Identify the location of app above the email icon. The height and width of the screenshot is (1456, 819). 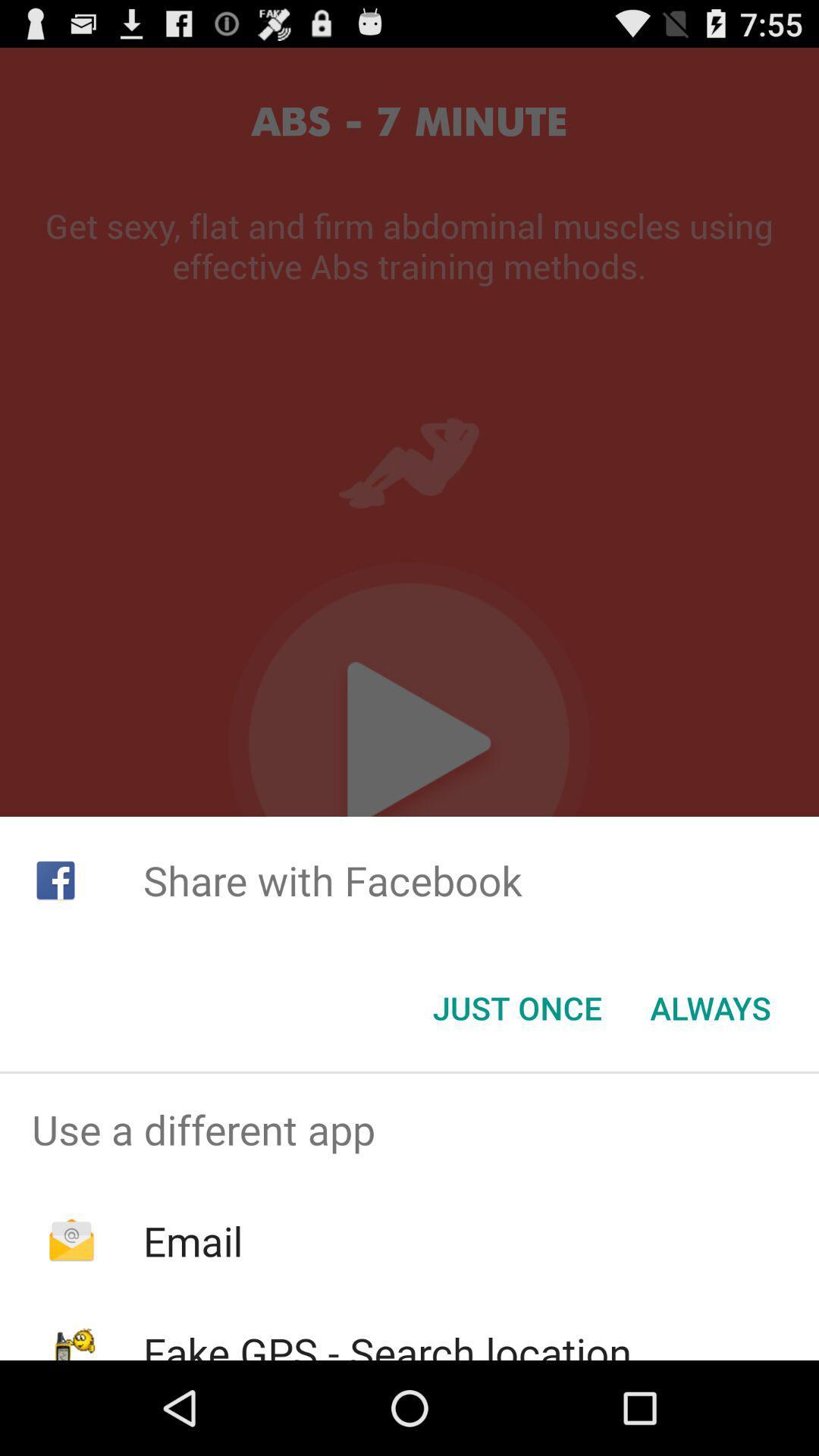
(409, 1129).